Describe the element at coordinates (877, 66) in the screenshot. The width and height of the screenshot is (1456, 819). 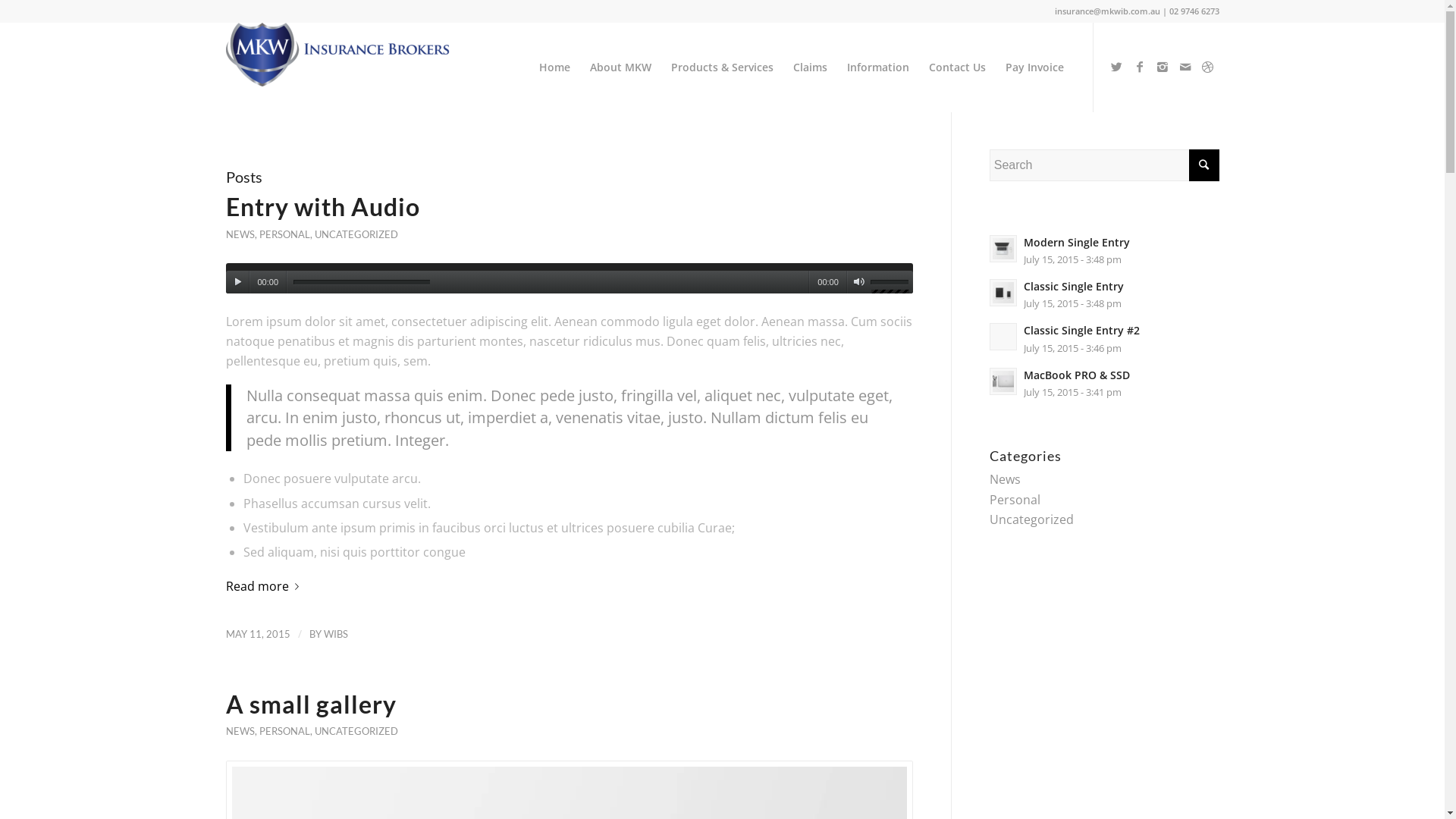
I see `'Information'` at that location.